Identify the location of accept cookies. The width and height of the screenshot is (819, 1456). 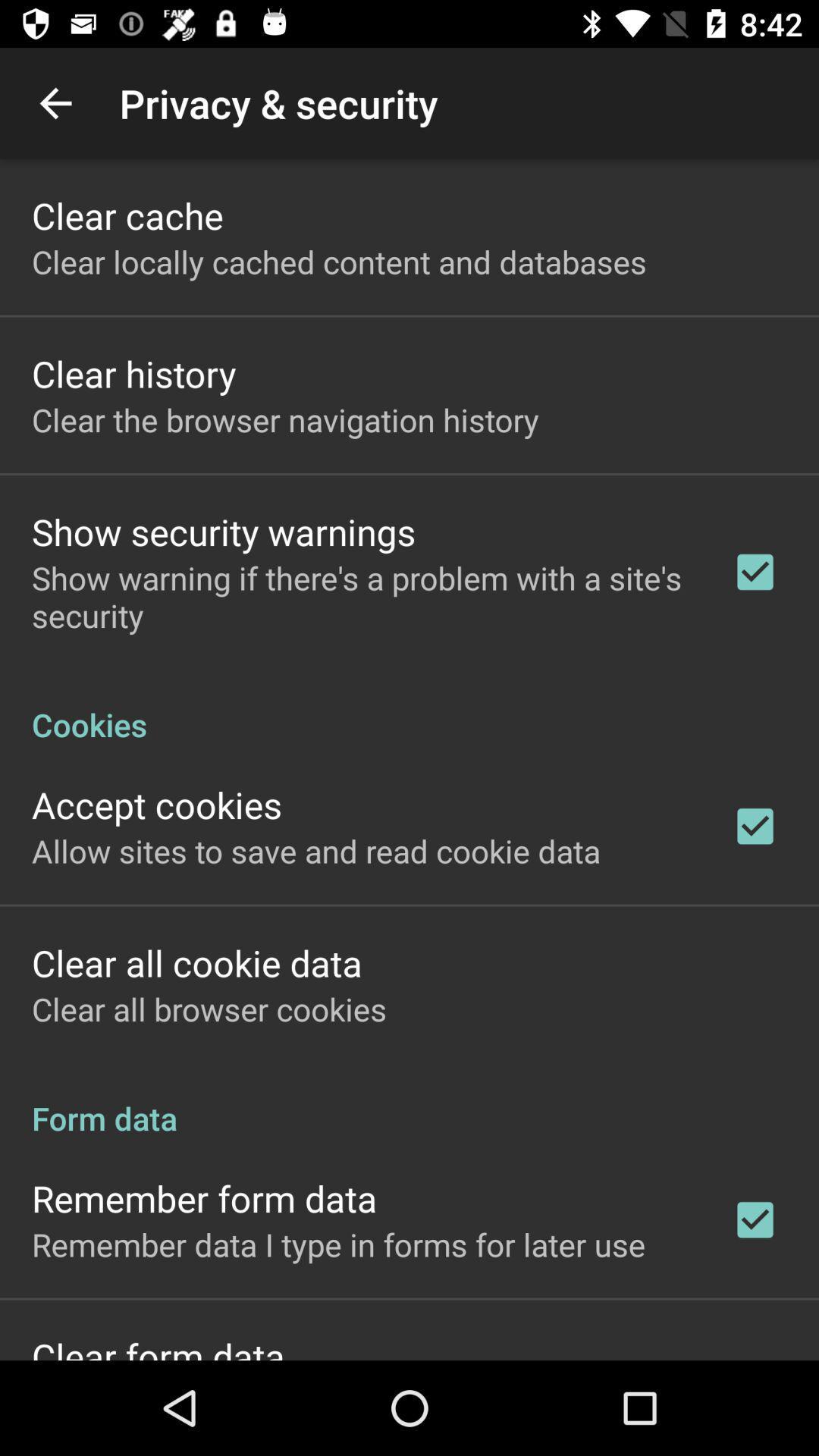
(157, 804).